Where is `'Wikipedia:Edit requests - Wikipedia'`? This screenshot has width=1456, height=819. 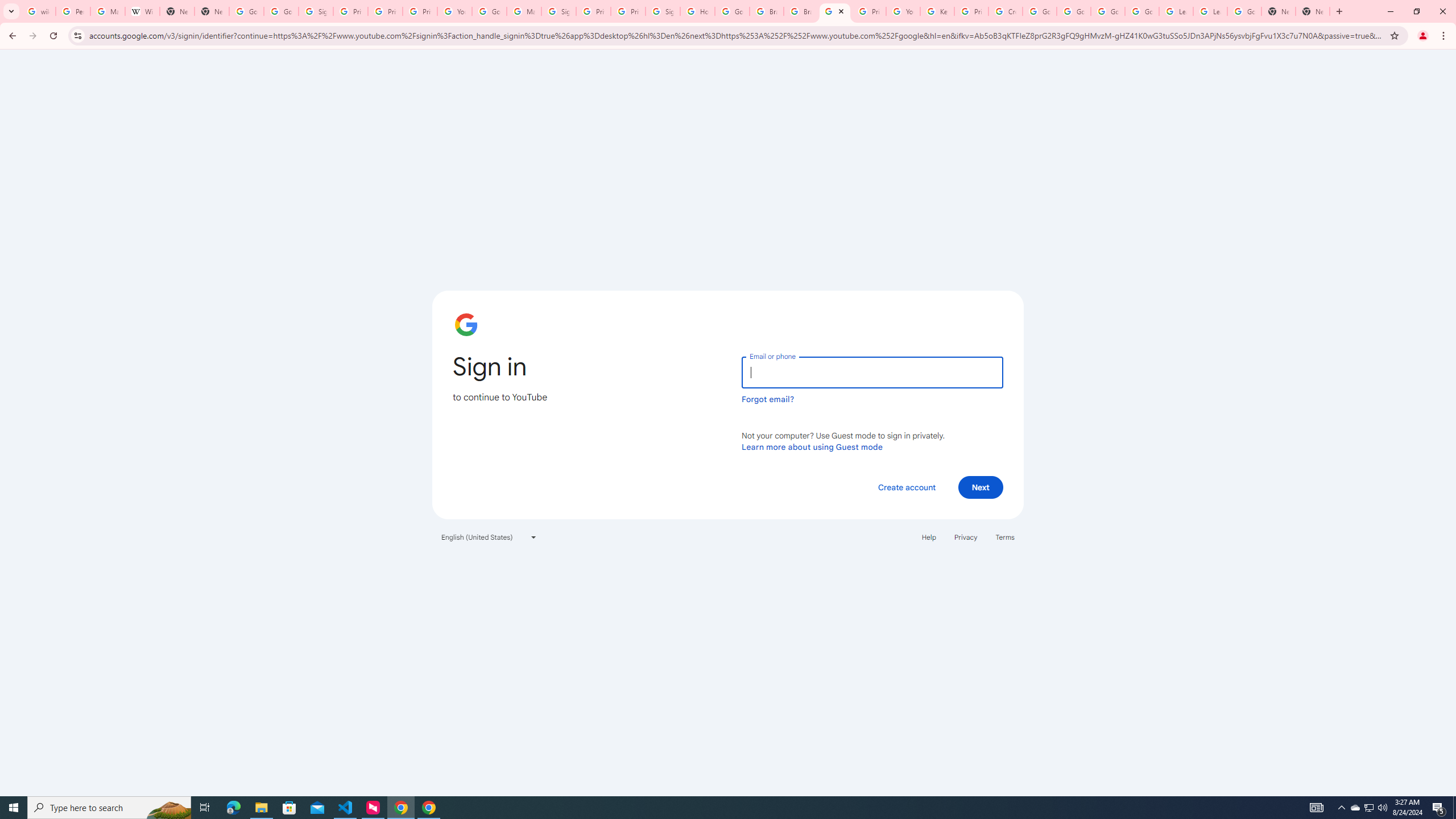
'Wikipedia:Edit requests - Wikipedia' is located at coordinates (141, 11).